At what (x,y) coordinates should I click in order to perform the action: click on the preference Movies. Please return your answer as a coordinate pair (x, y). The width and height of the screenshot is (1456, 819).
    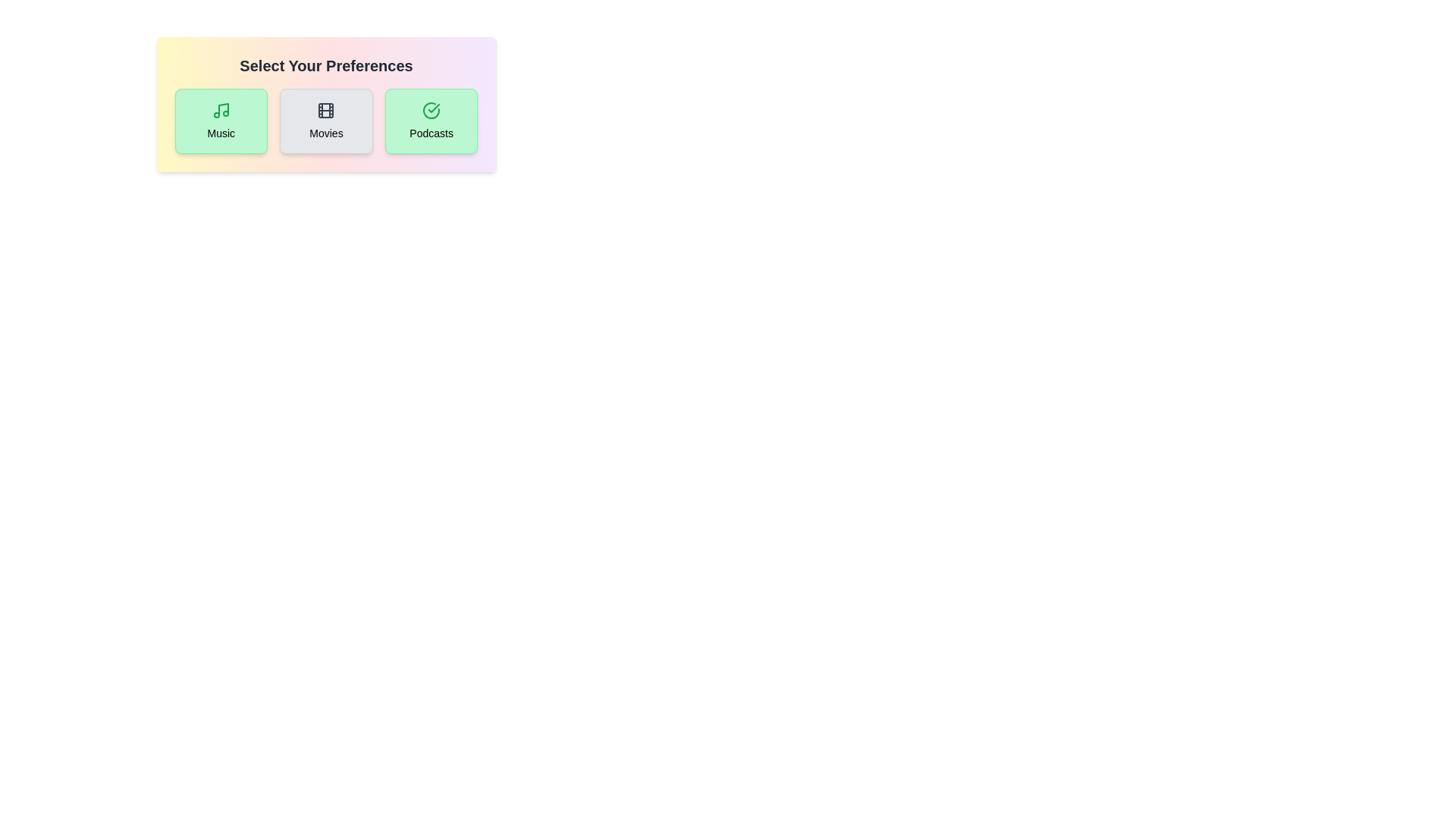
    Looking at the image, I should click on (325, 120).